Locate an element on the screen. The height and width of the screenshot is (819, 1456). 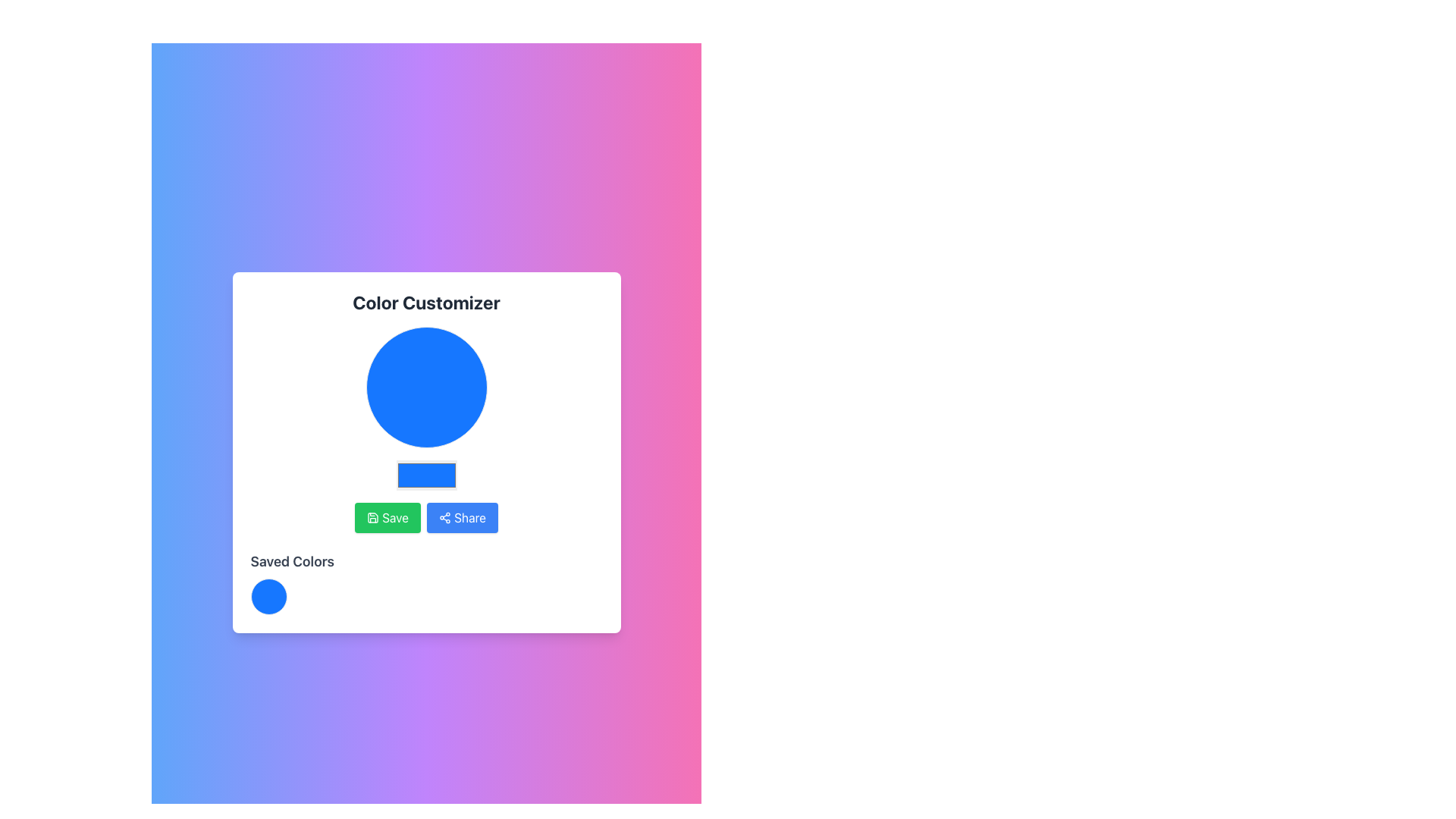
the green 'Save' button located in the Button group of the 'Color Customizer' section is located at coordinates (425, 516).